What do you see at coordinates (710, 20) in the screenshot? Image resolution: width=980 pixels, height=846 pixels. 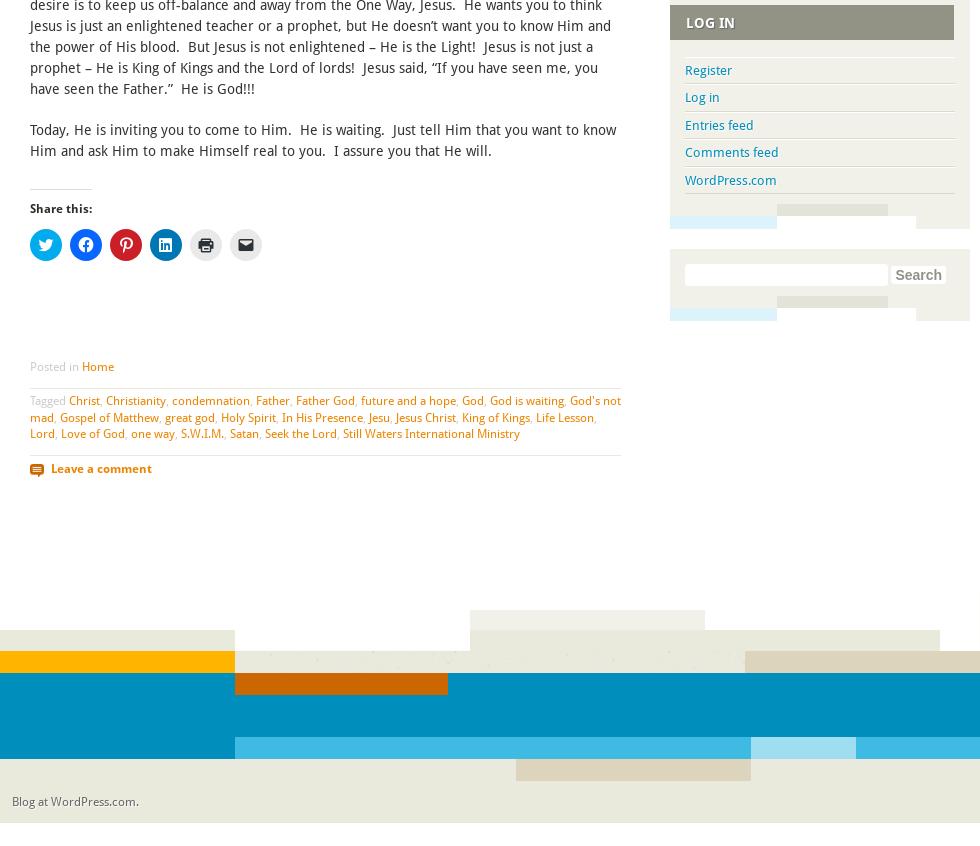 I see `'Log In'` at bounding box center [710, 20].